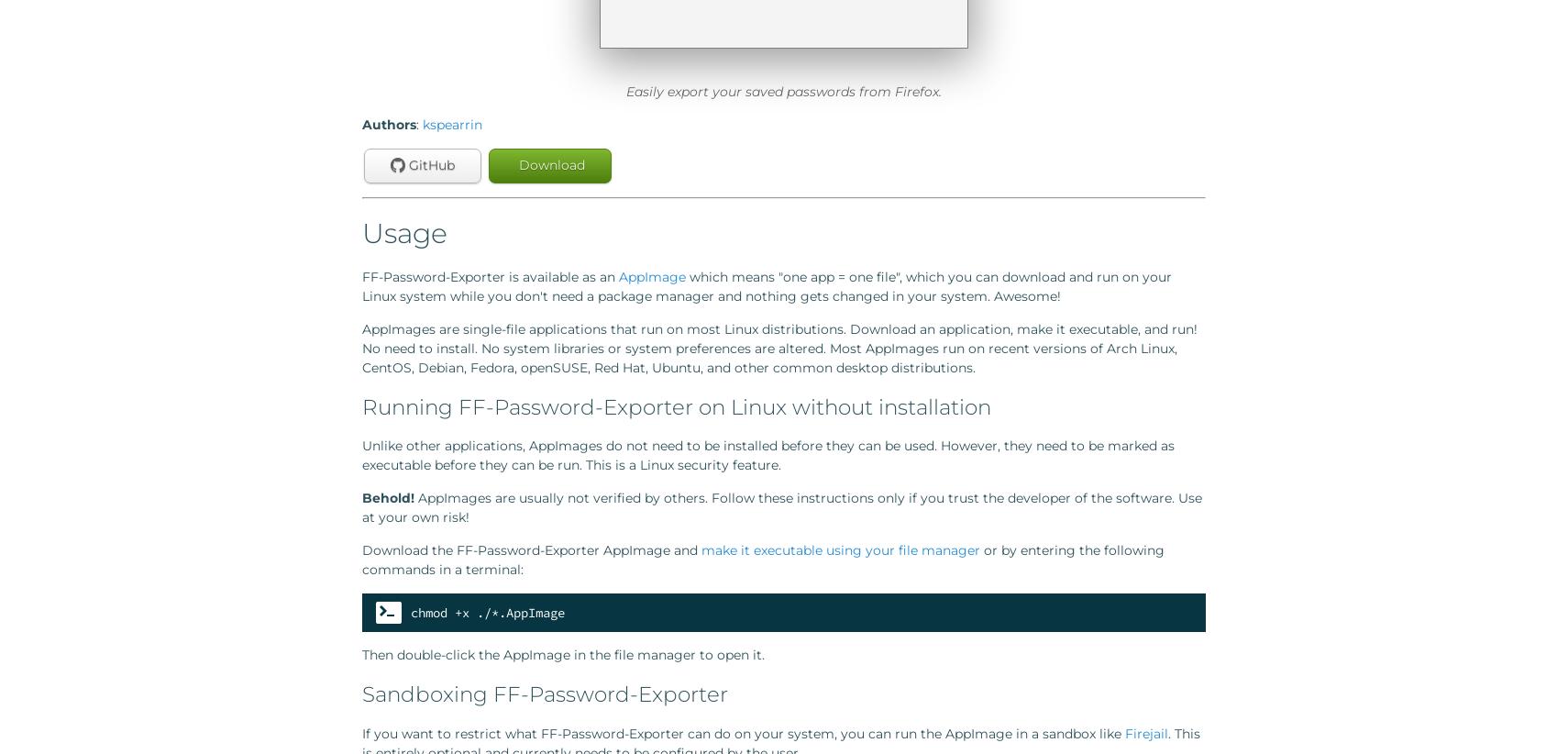 The image size is (1568, 754). What do you see at coordinates (545, 693) in the screenshot?
I see `'Sandboxing FF-Password-Exporter'` at bounding box center [545, 693].